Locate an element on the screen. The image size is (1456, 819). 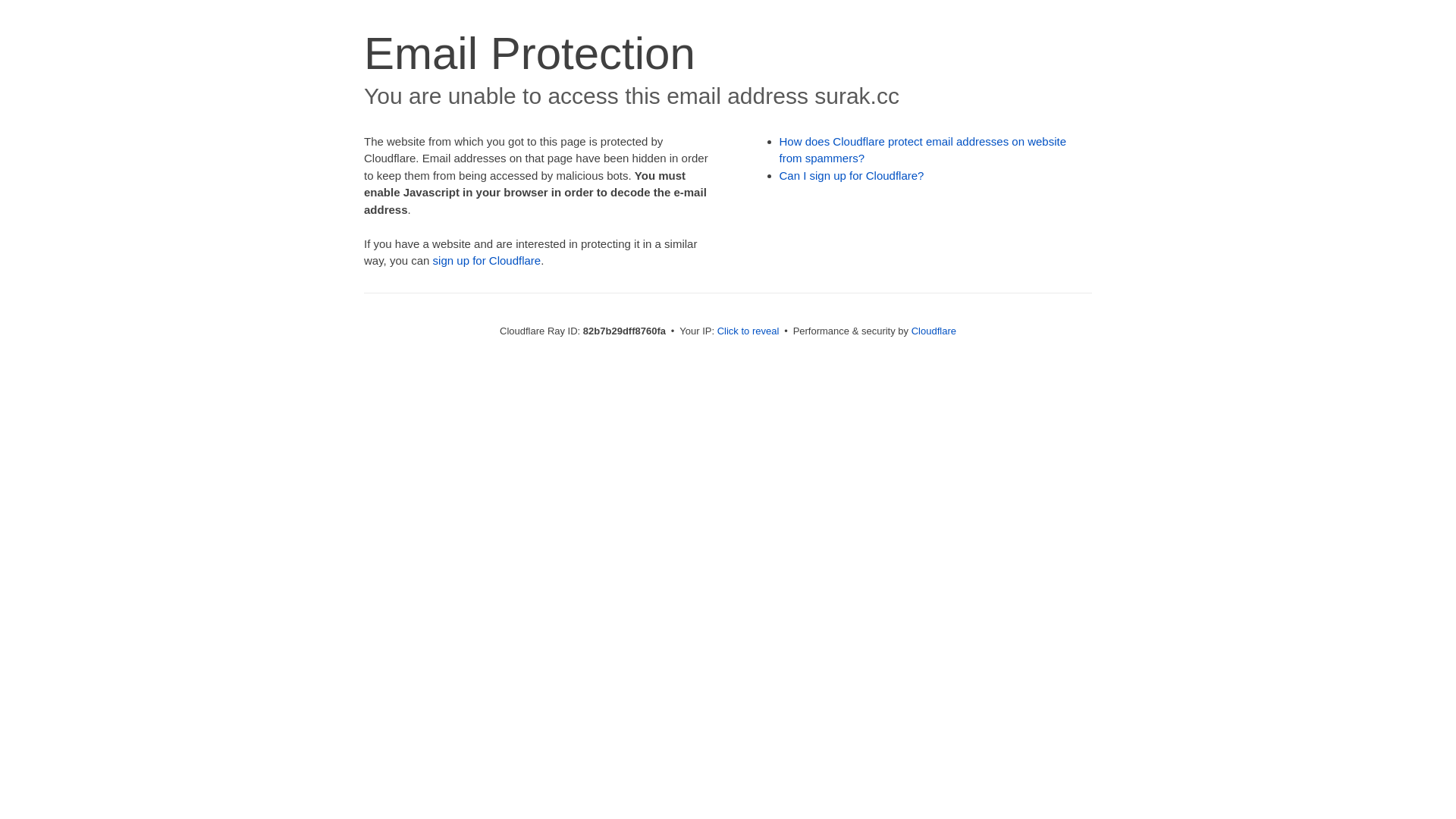
'Cloudflare' is located at coordinates (933, 330).